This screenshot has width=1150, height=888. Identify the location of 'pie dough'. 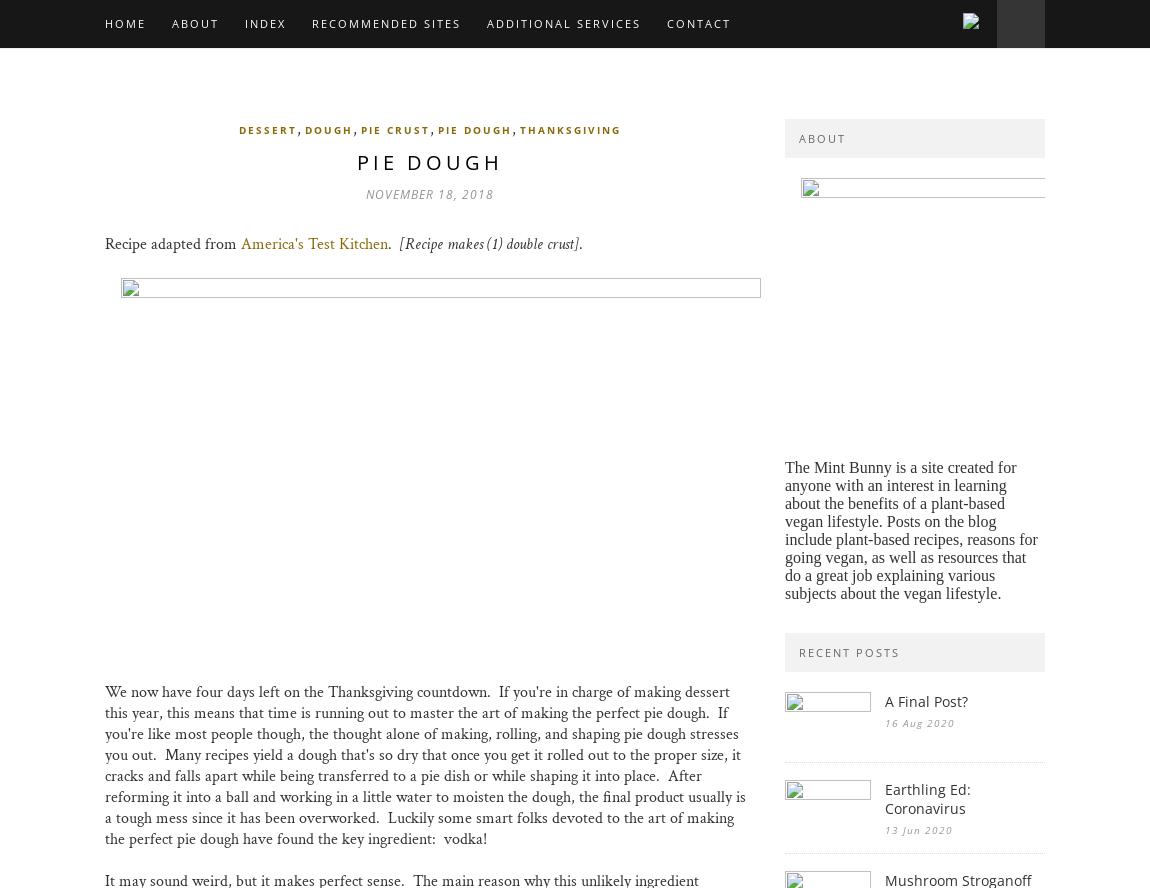
(474, 130).